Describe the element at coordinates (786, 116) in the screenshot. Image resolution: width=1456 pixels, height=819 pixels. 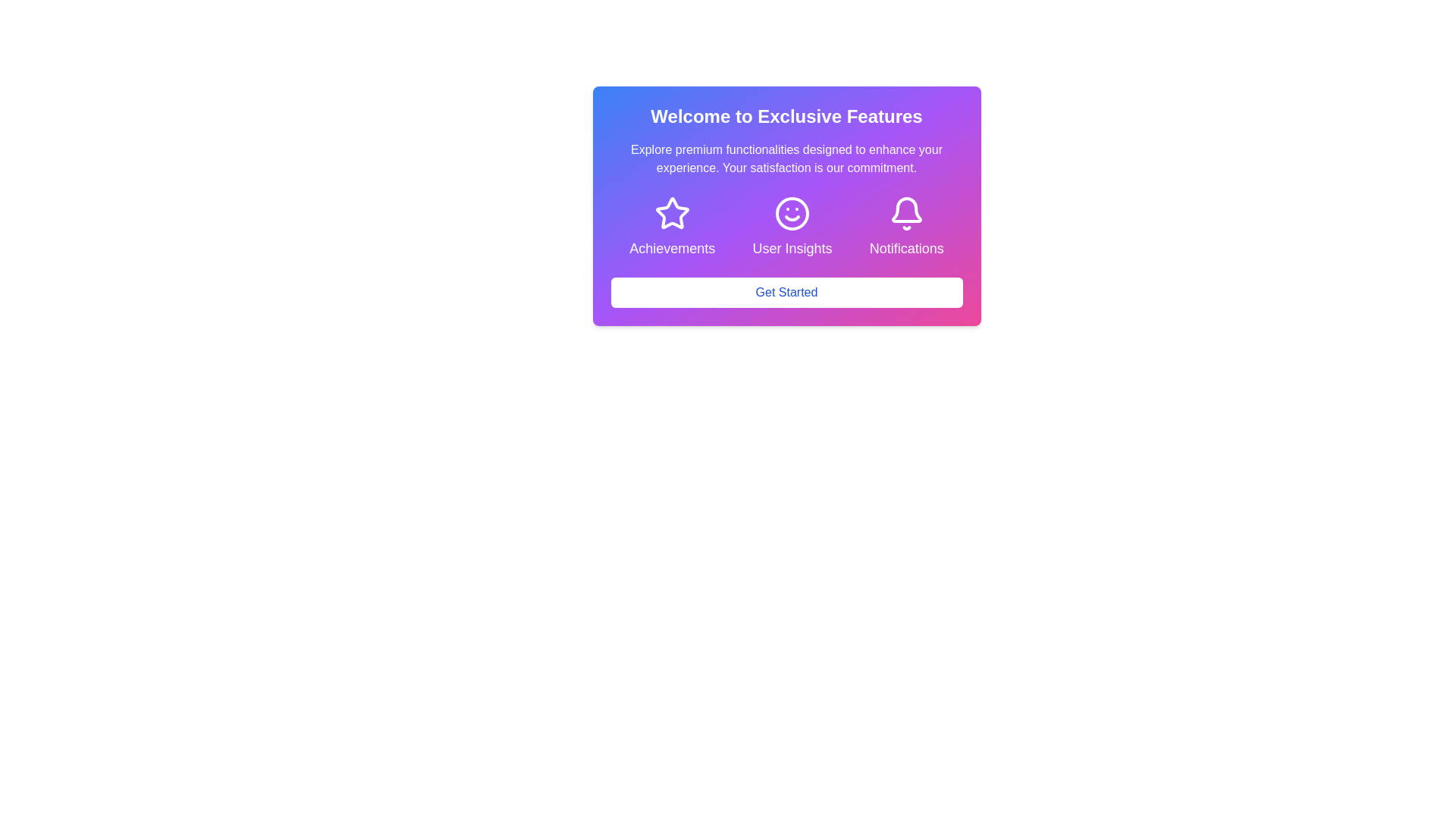
I see `the text header displaying 'Welcome to Exclusive Features', which is styled in bold, large font, and is positioned at the top-center of the interface with a gradient background` at that location.